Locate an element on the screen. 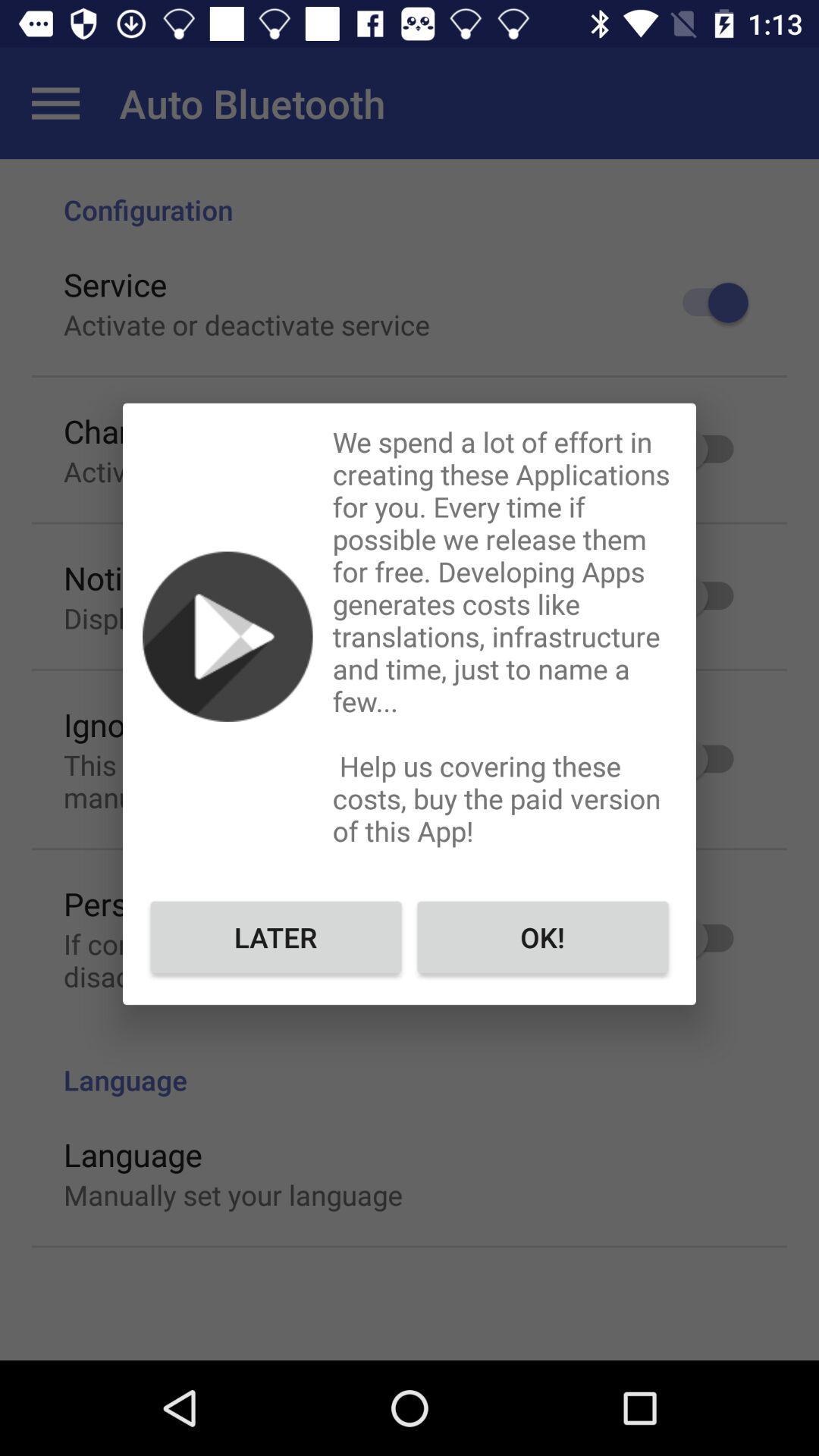  button next to ok! item is located at coordinates (276, 936).